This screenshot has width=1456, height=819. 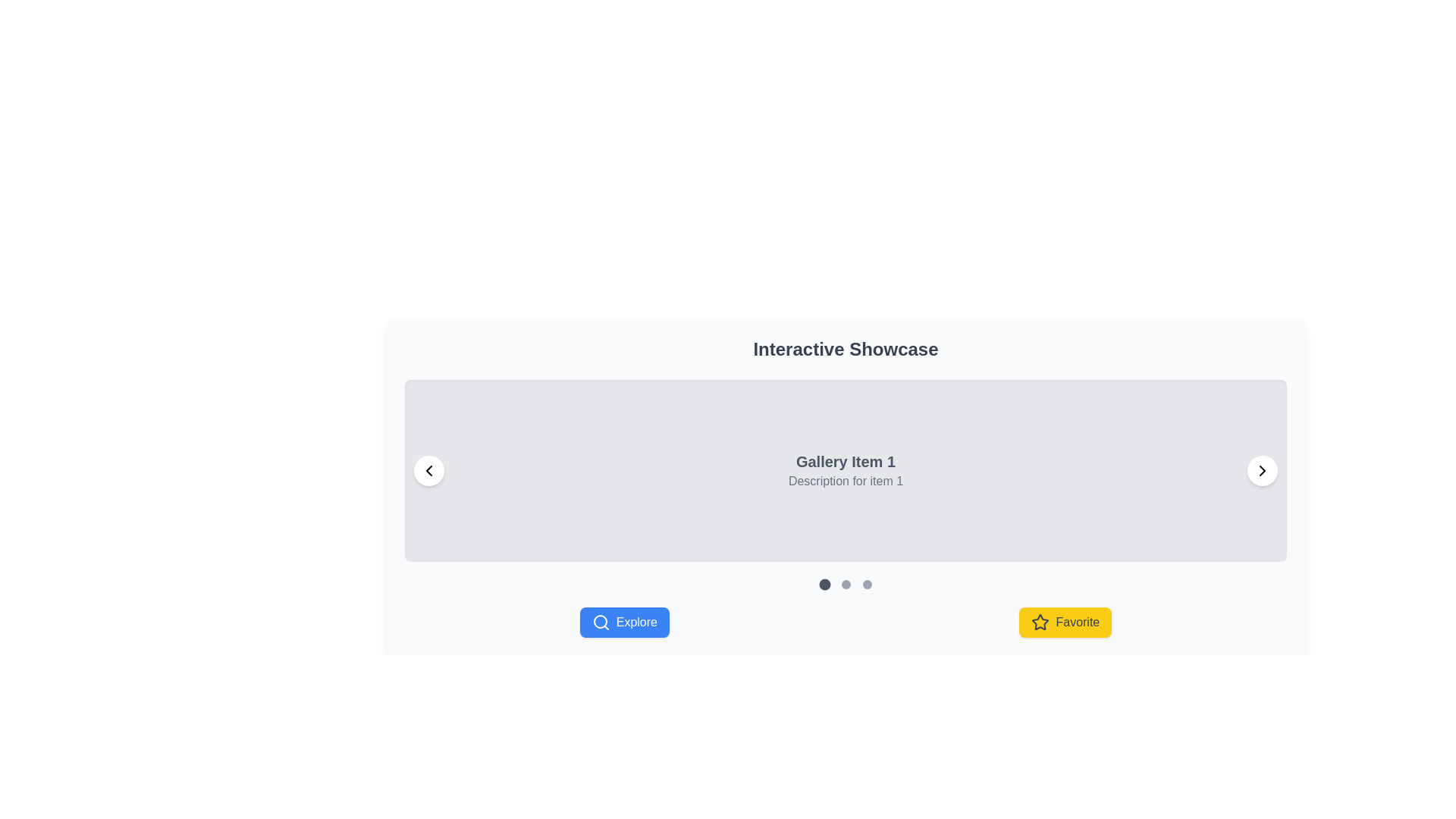 What do you see at coordinates (428, 470) in the screenshot?
I see `the left arrow-shaped icon located in the circular navigation button of the gallery carousel` at bounding box center [428, 470].